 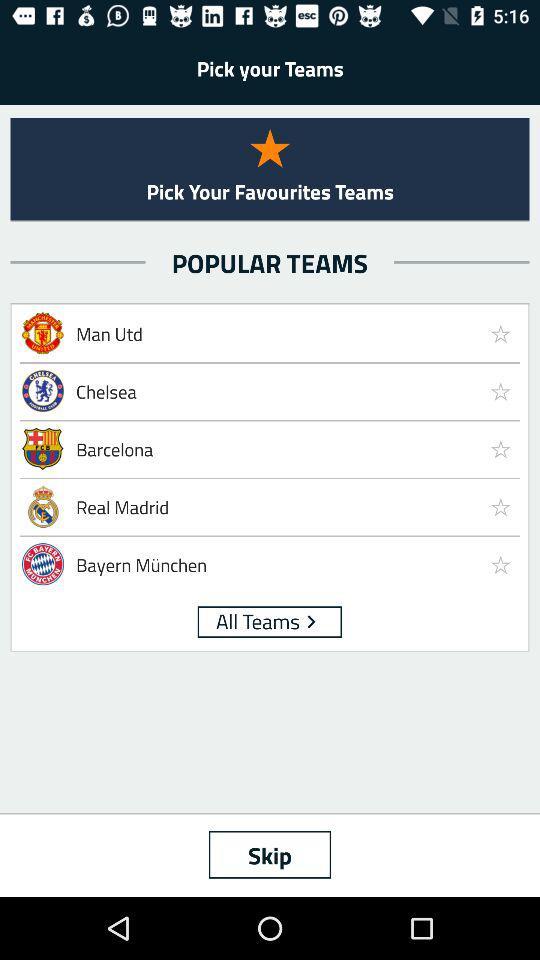 What do you see at coordinates (270, 853) in the screenshot?
I see `the skip icon` at bounding box center [270, 853].